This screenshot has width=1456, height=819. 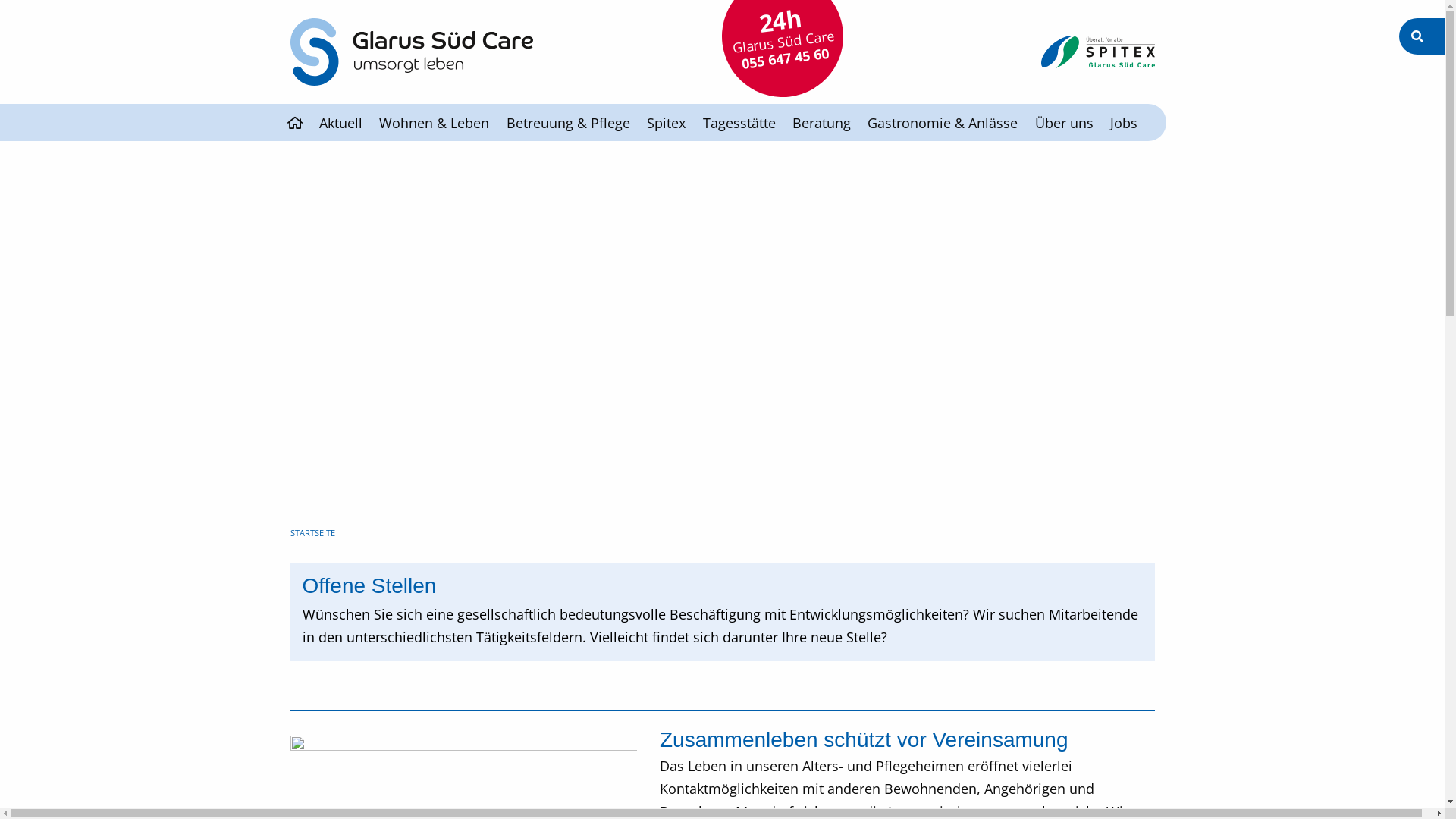 What do you see at coordinates (340, 121) in the screenshot?
I see `'Aktuell'` at bounding box center [340, 121].